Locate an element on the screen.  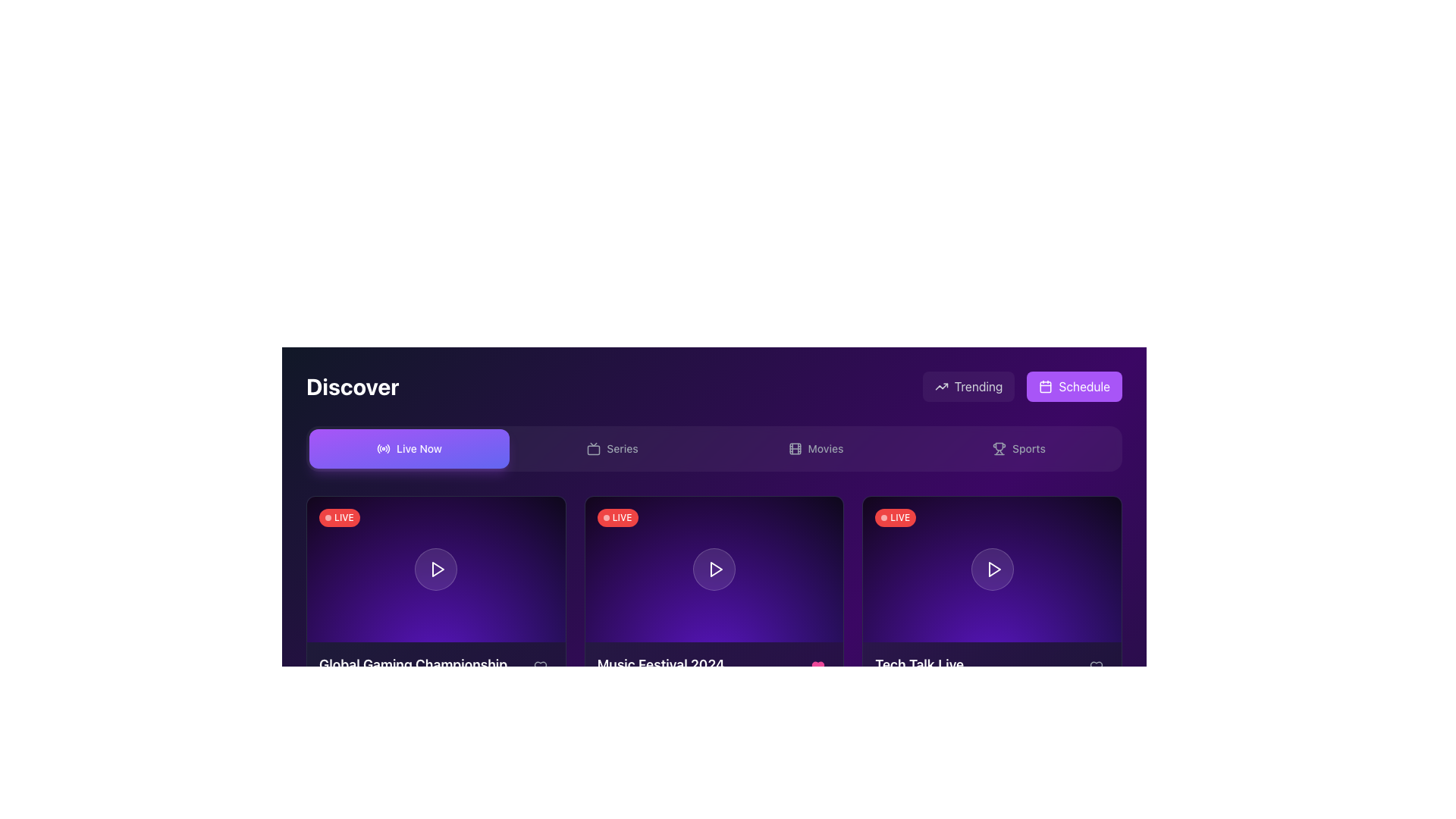
the 'Live' button located in the 'Discover' section of the navigation bar is located at coordinates (409, 447).